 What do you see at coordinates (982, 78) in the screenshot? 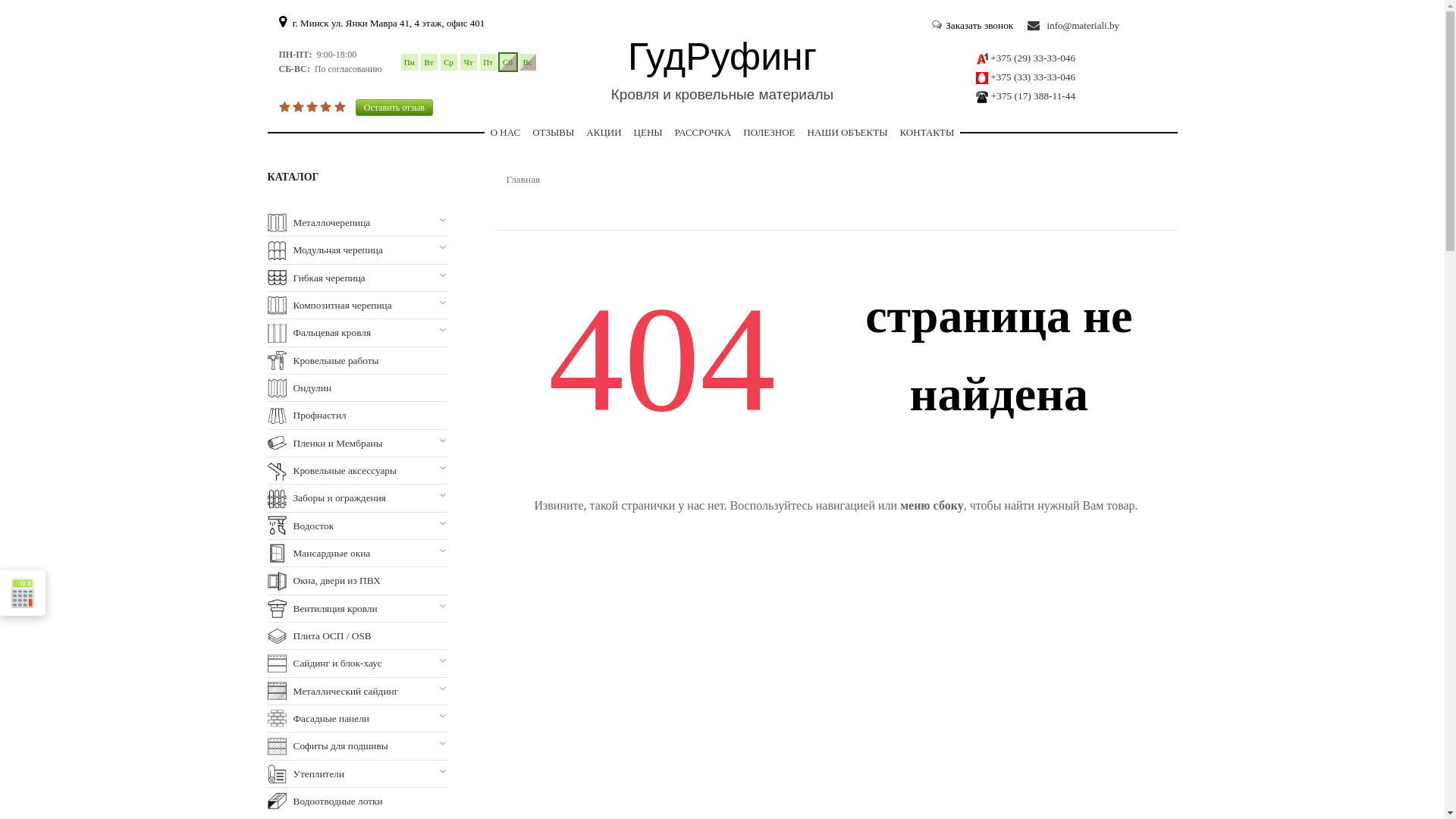
I see `'mts'` at bounding box center [982, 78].